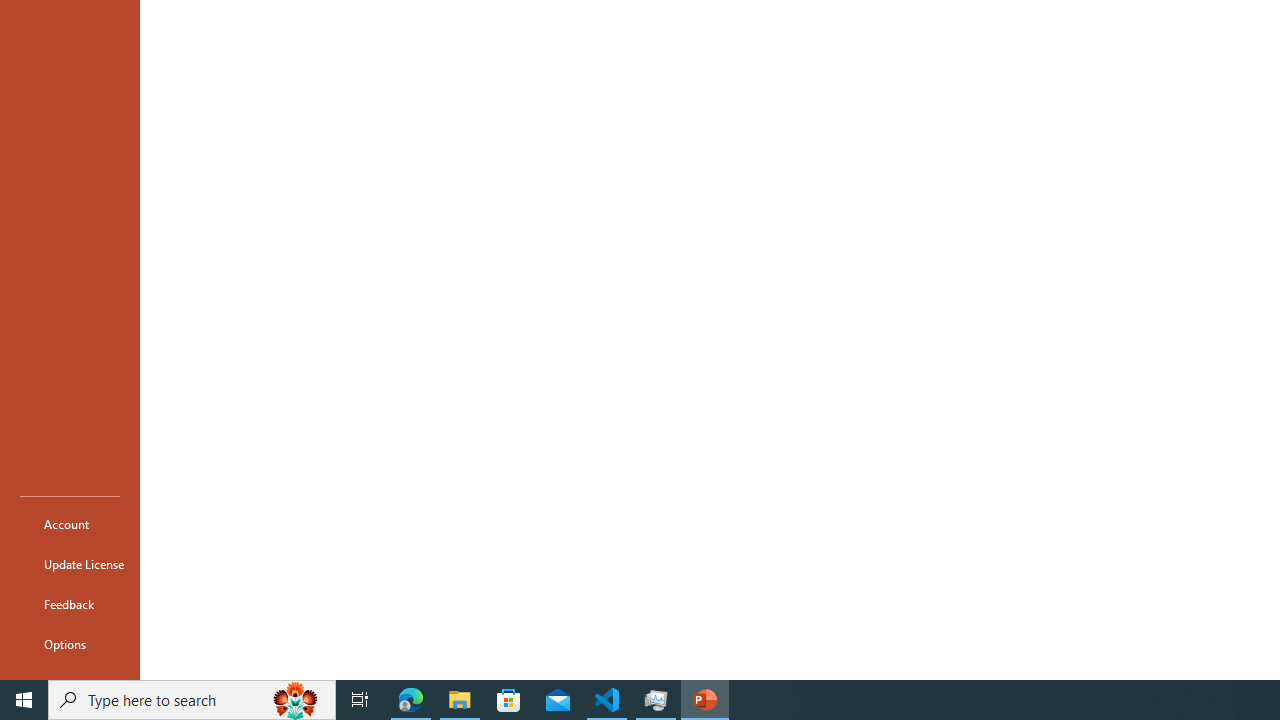 This screenshot has width=1280, height=720. Describe the element at coordinates (69, 564) in the screenshot. I see `'Update License'` at that location.